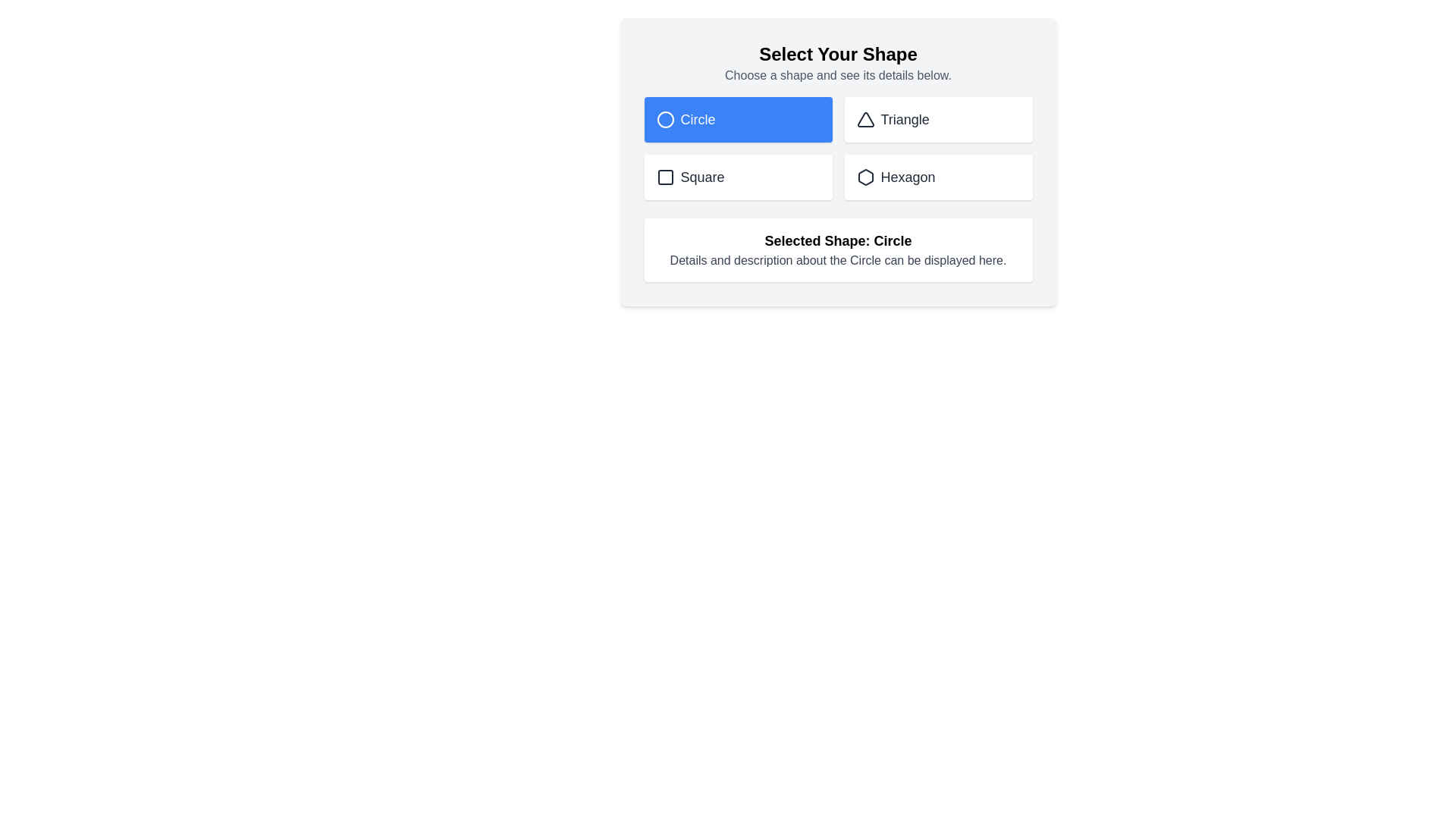 The width and height of the screenshot is (1456, 819). What do you see at coordinates (738, 119) in the screenshot?
I see `the 'Circle' button located at the top-left position of the grid` at bounding box center [738, 119].